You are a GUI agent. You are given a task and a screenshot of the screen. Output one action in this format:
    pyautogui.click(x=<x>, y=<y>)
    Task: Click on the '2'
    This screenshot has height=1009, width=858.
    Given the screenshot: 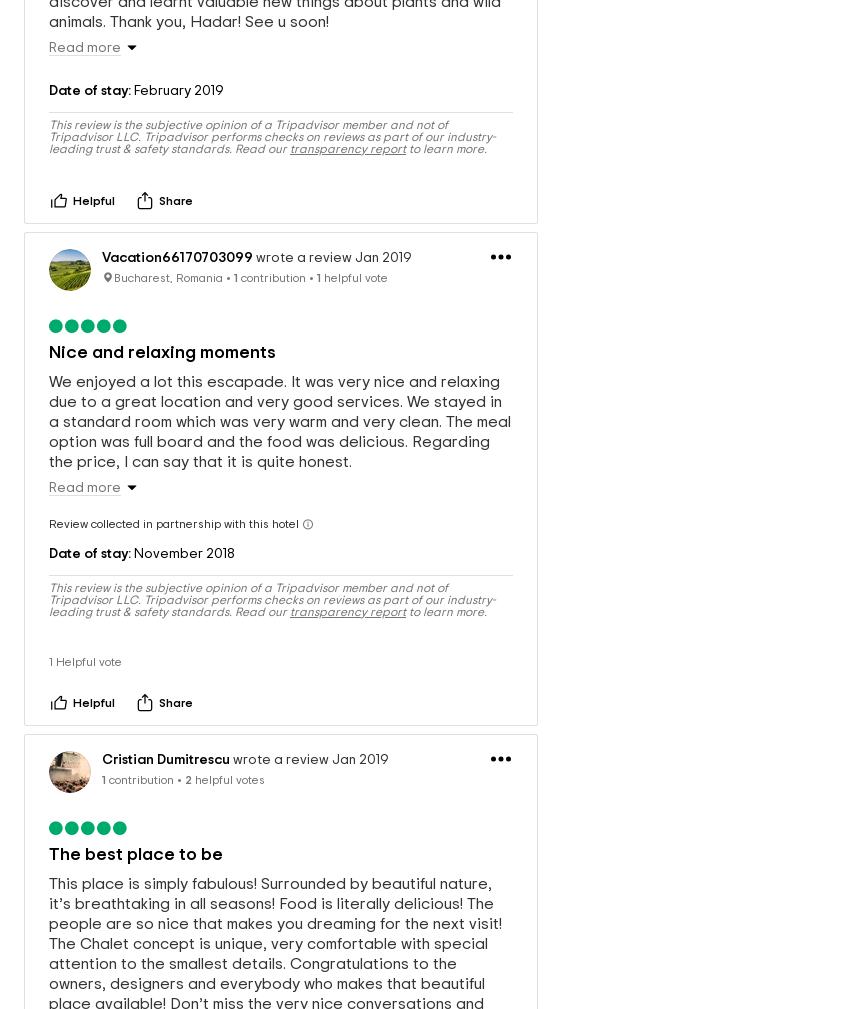 What is the action you would take?
    pyautogui.click(x=184, y=758)
    